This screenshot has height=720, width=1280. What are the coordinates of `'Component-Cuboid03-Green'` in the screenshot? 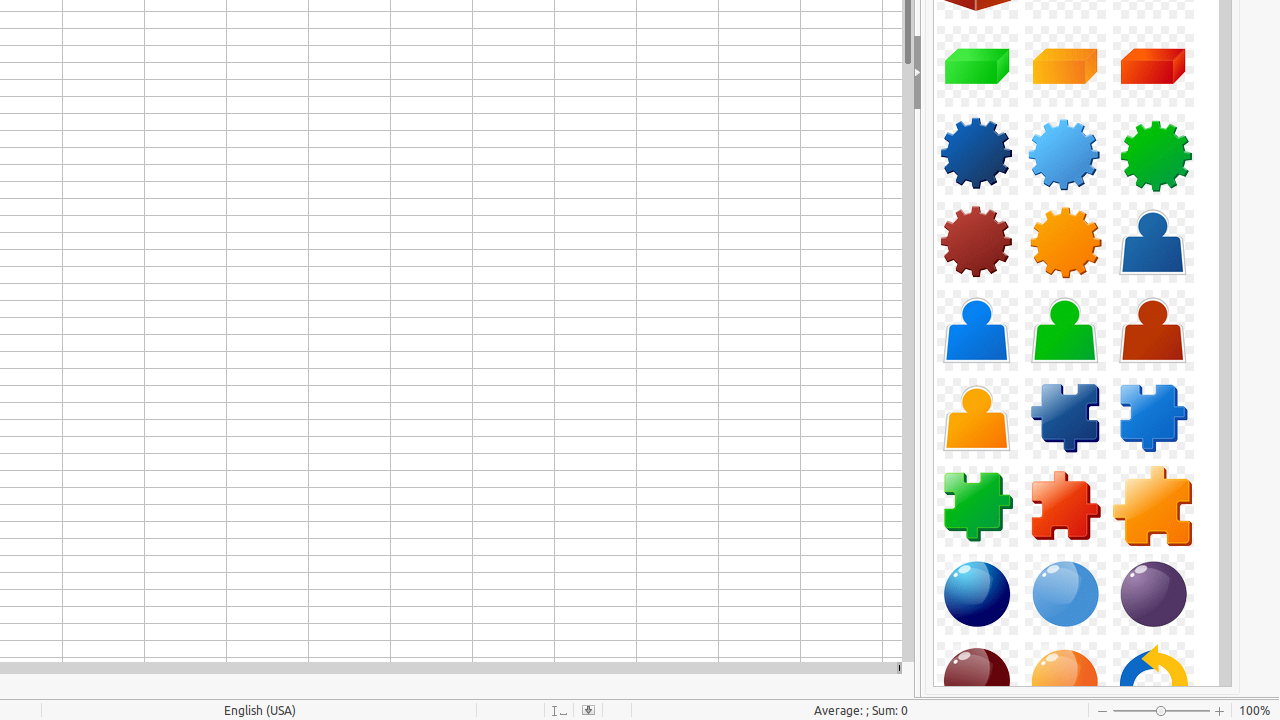 It's located at (977, 65).